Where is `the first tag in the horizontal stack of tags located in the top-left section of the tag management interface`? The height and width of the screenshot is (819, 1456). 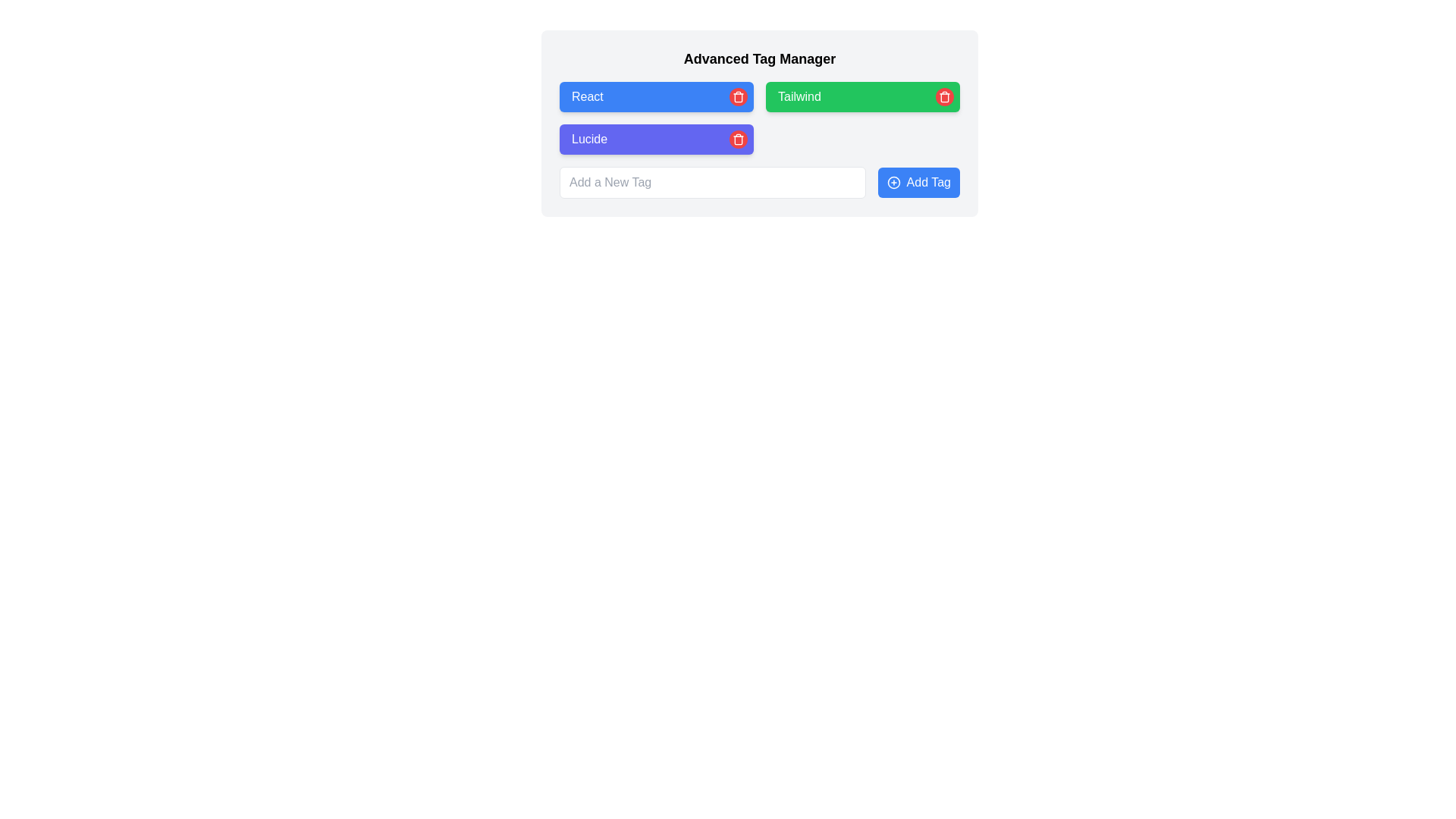 the first tag in the horizontal stack of tags located in the top-left section of the tag management interface is located at coordinates (586, 96).